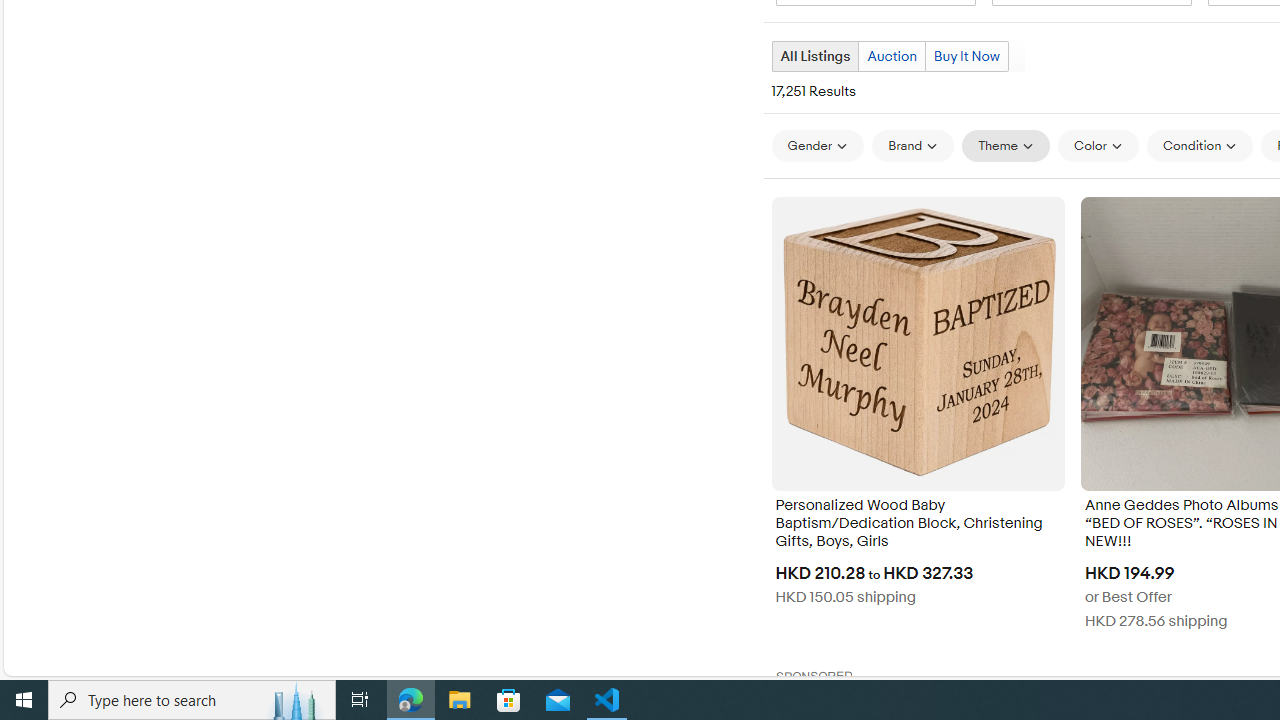 The image size is (1280, 720). Describe the element at coordinates (1006, 145) in the screenshot. I see `'Theme'` at that location.